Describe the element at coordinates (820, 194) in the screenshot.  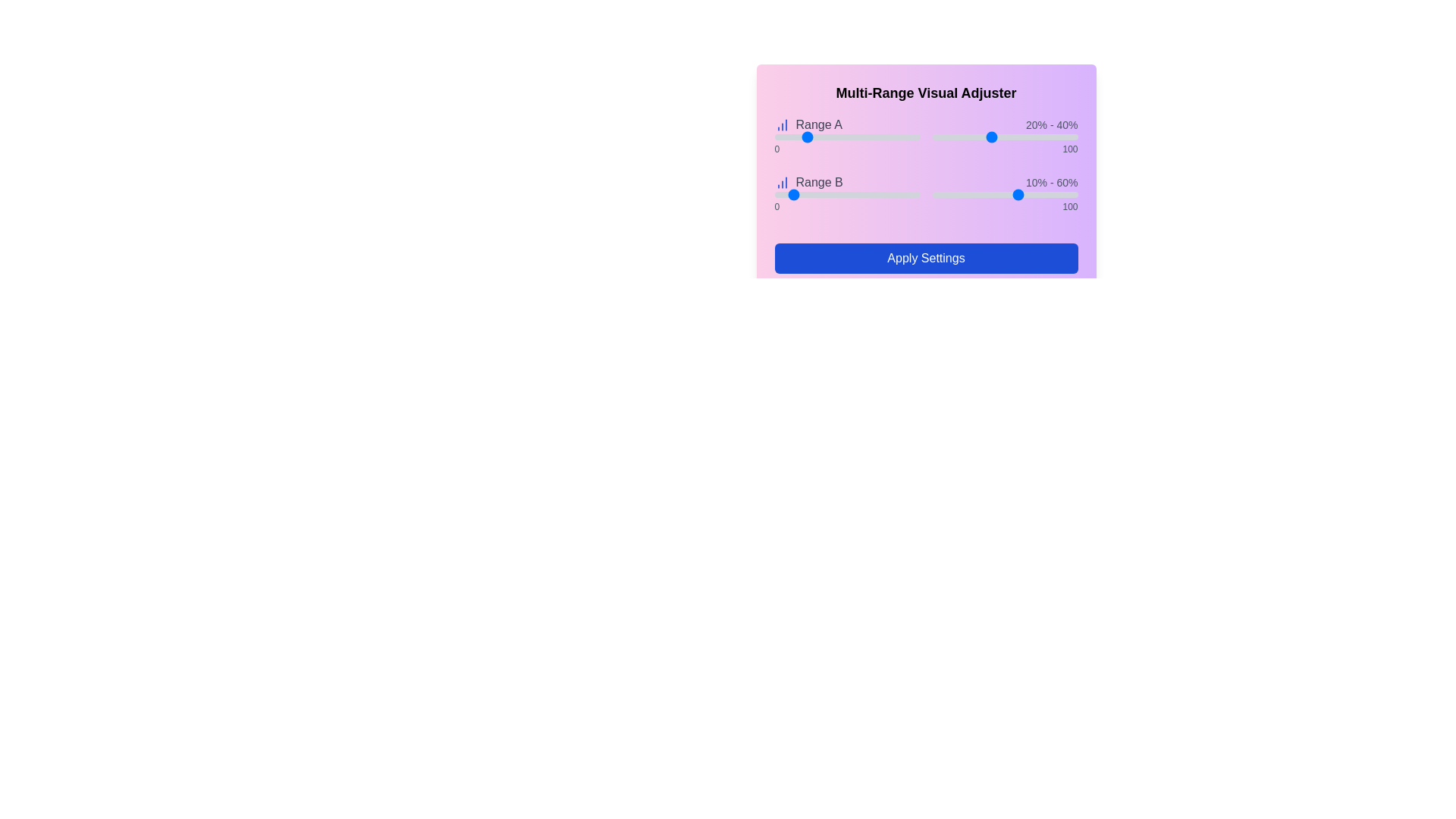
I see `the Range B slider position` at that location.